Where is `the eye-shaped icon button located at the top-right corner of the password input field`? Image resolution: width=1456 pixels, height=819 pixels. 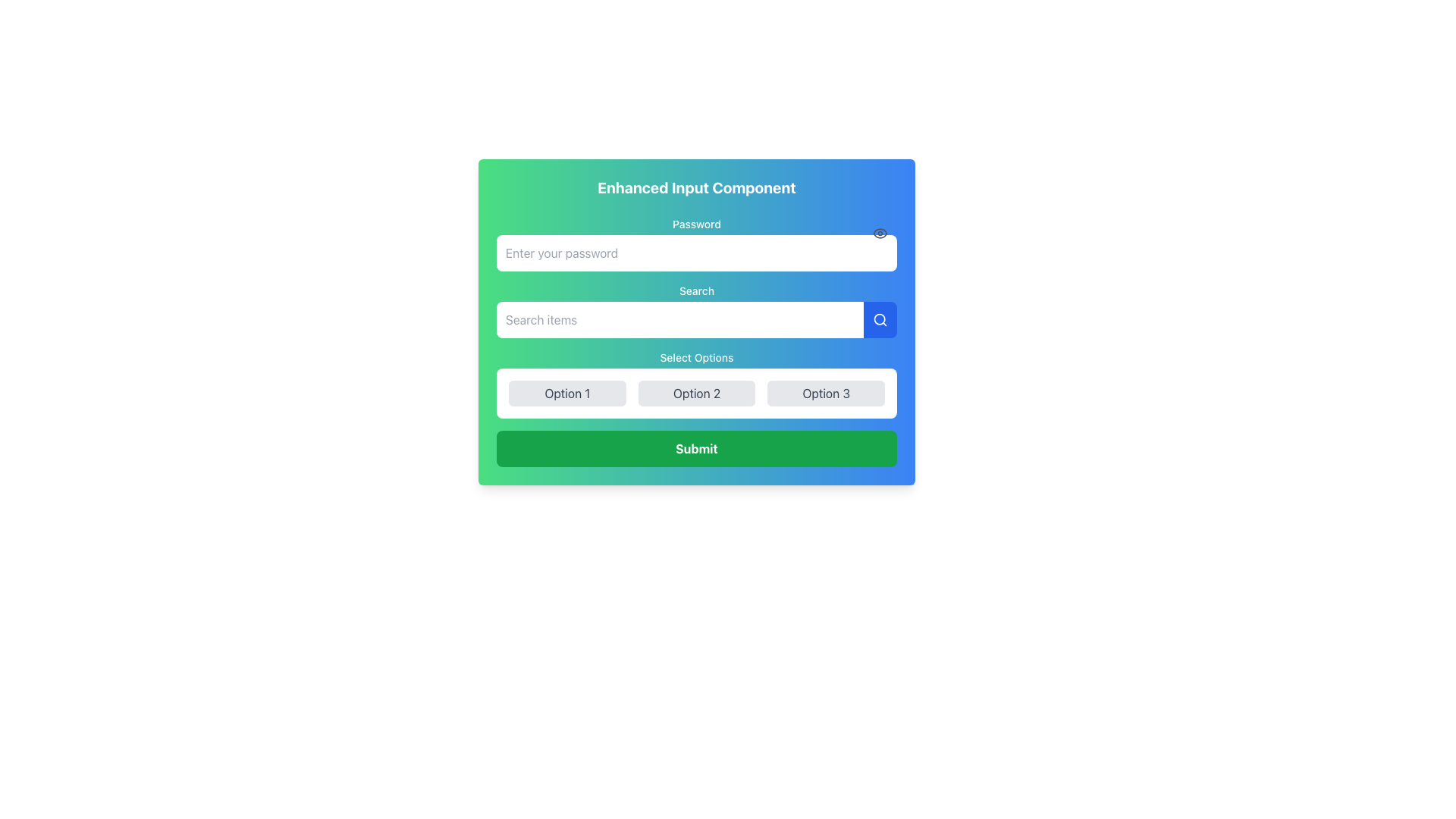
the eye-shaped icon button located at the top-right corner of the password input field is located at coordinates (880, 234).